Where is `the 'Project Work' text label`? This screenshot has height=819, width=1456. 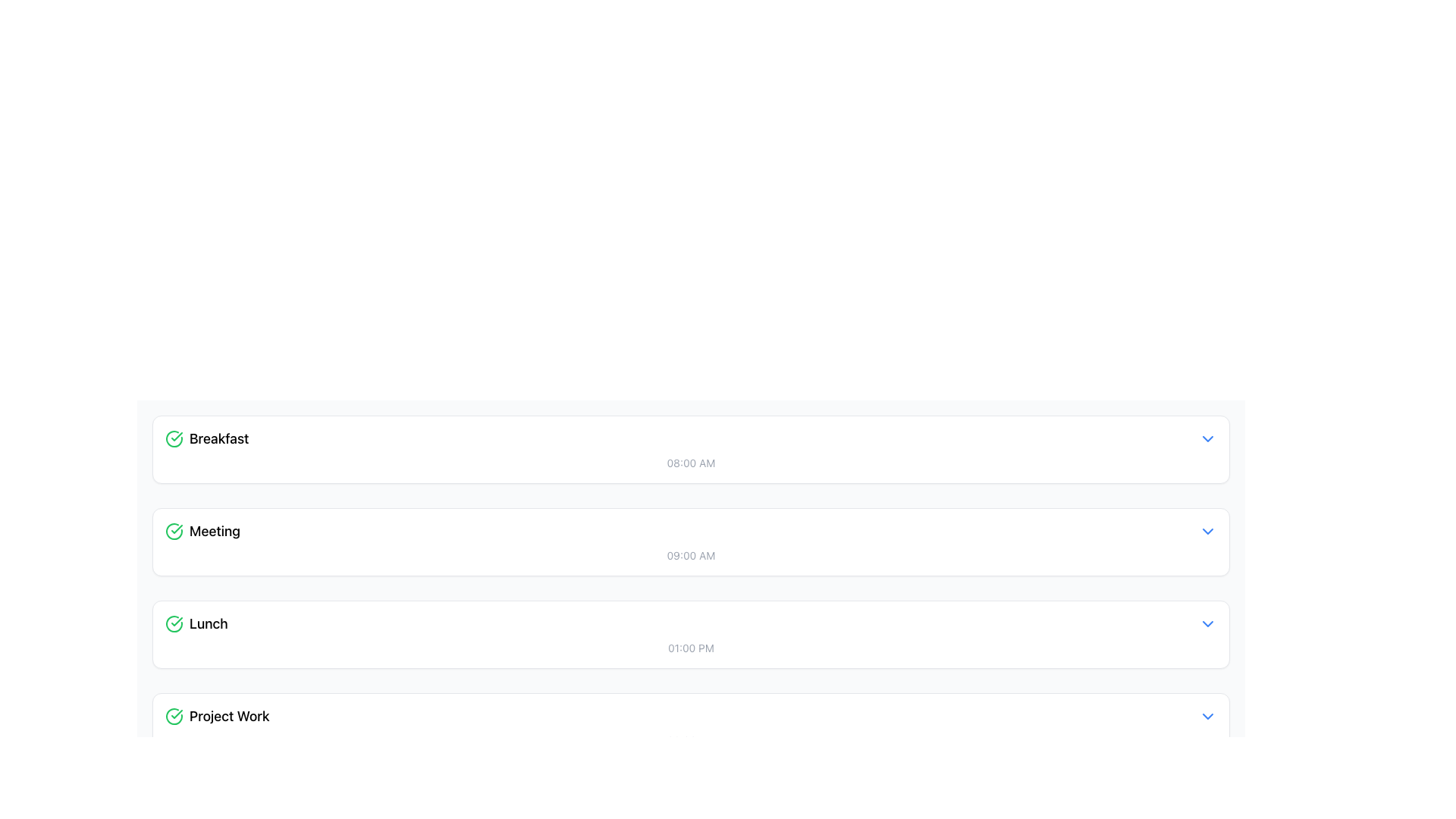
the 'Project Work' text label is located at coordinates (228, 717).